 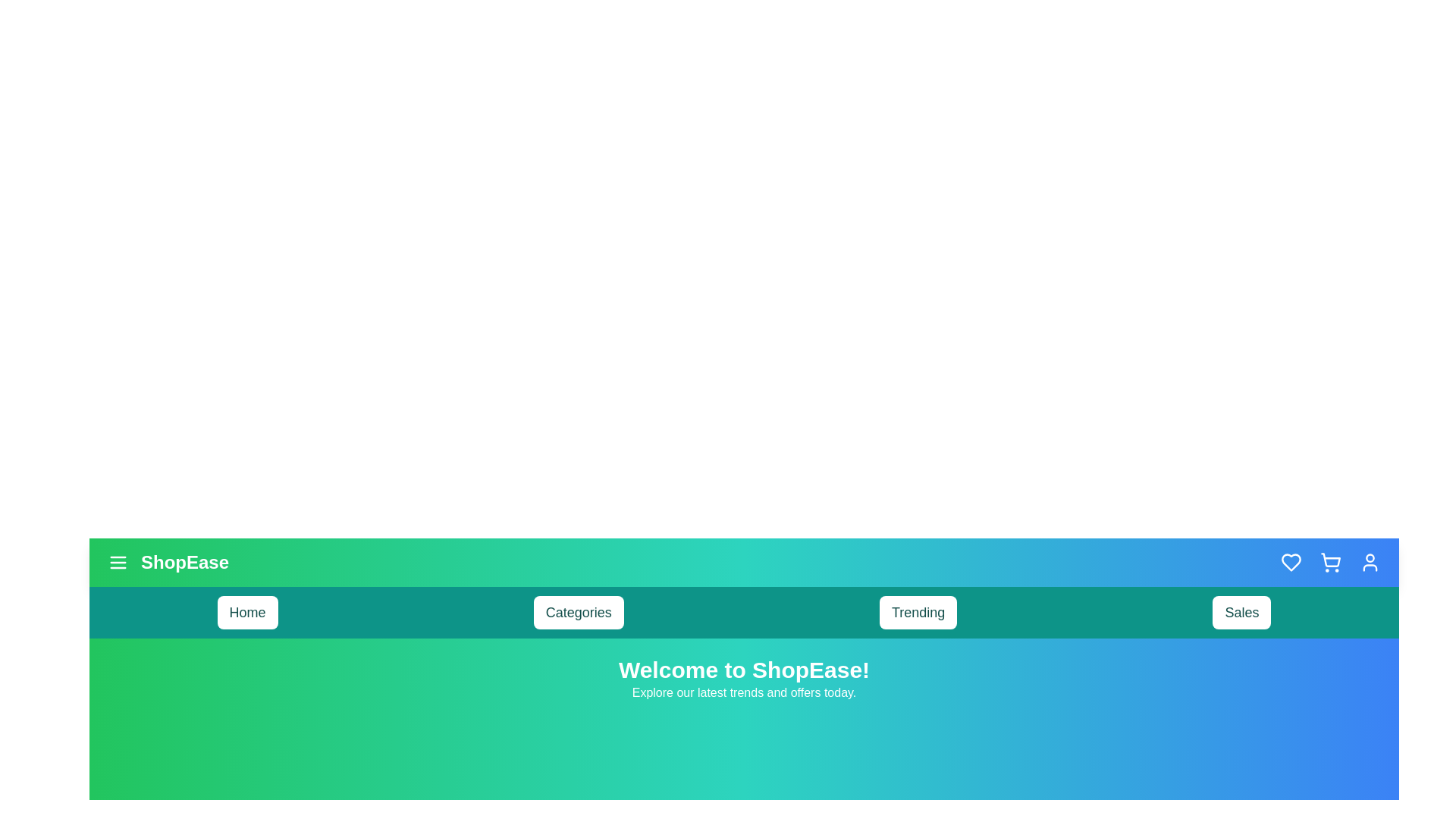 I want to click on the navigation item Sales, so click(x=1241, y=611).